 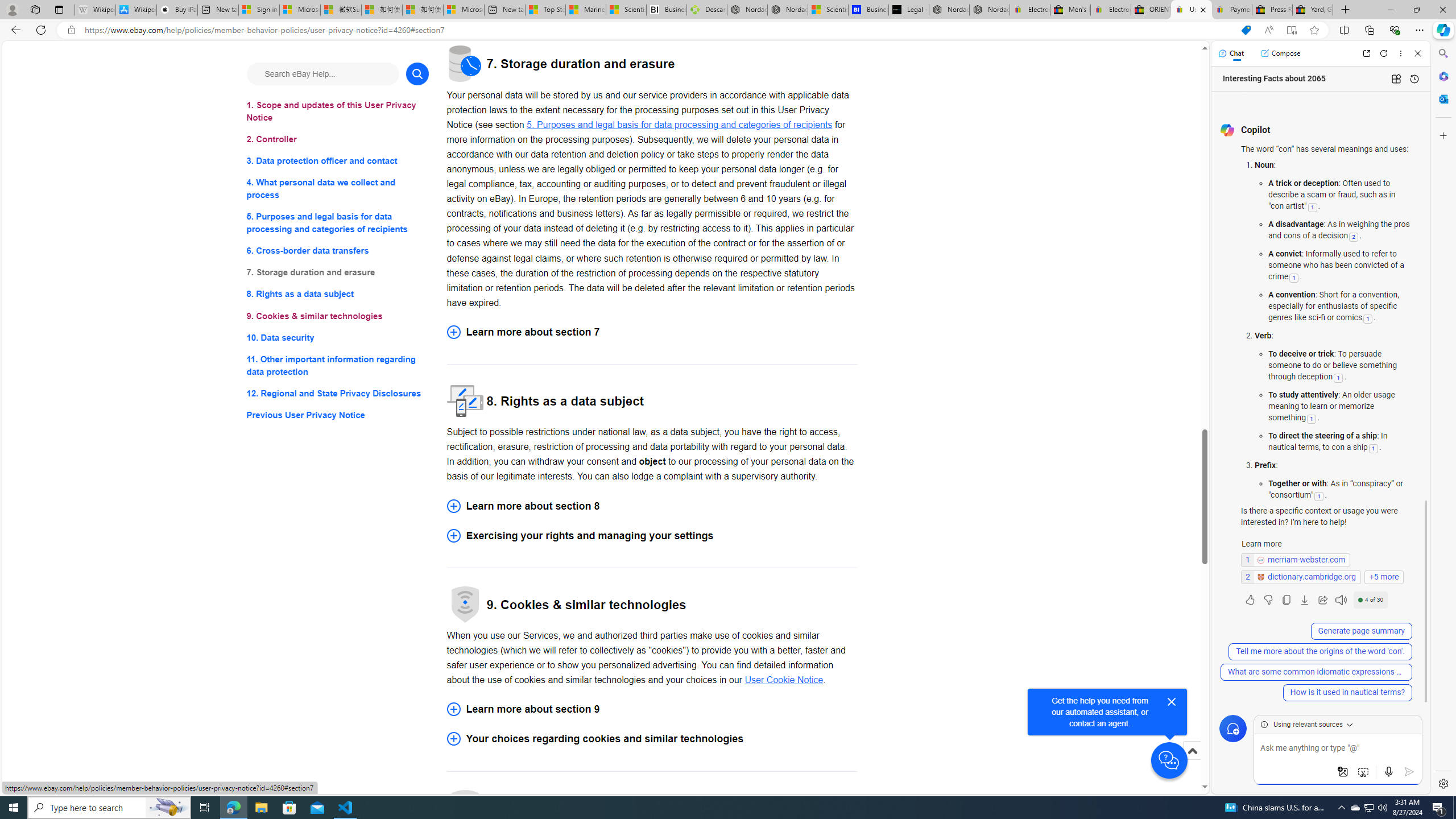 What do you see at coordinates (337, 139) in the screenshot?
I see `'2. Controller'` at bounding box center [337, 139].